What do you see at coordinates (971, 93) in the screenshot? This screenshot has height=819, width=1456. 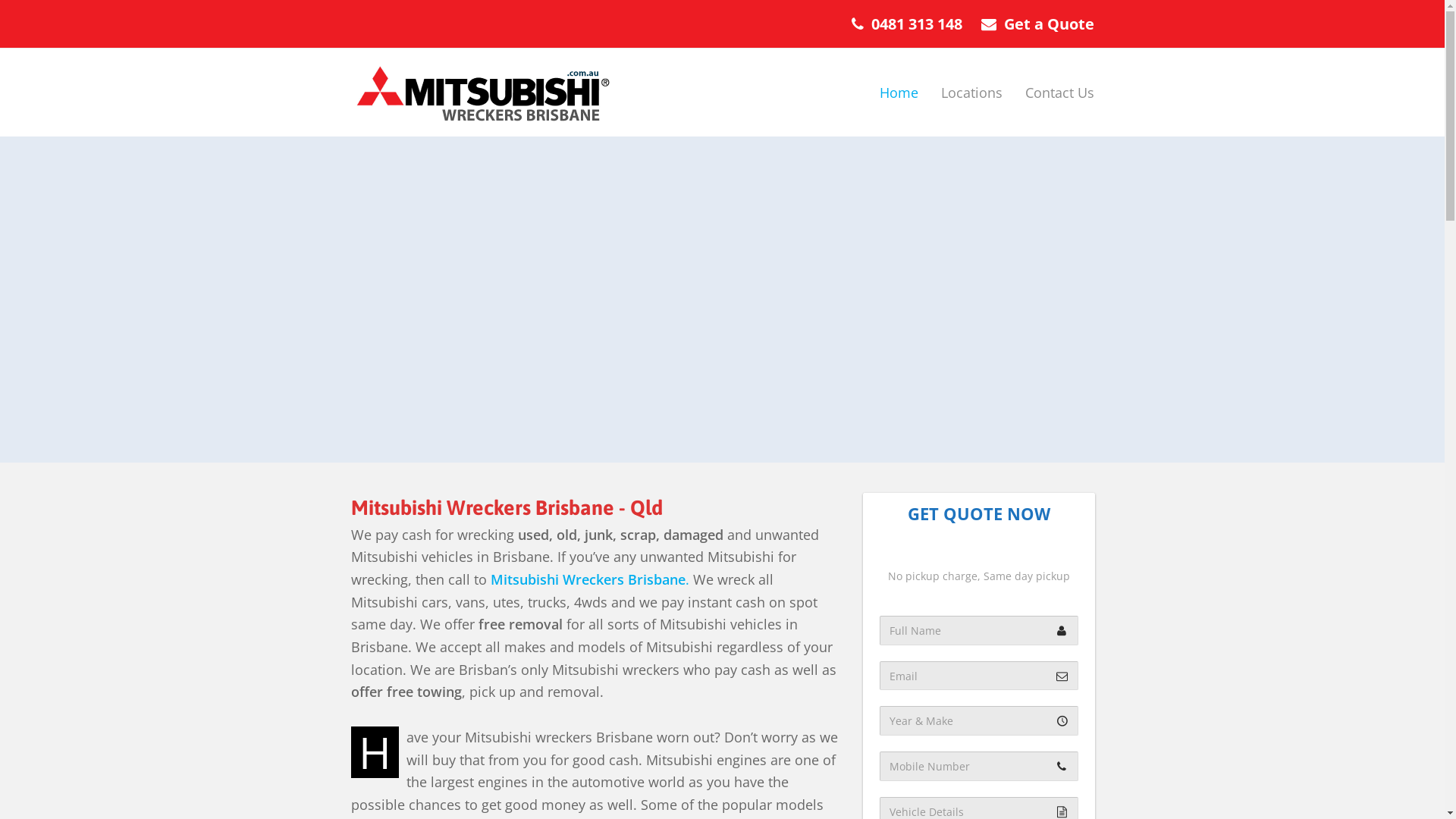 I see `'Locations'` at bounding box center [971, 93].